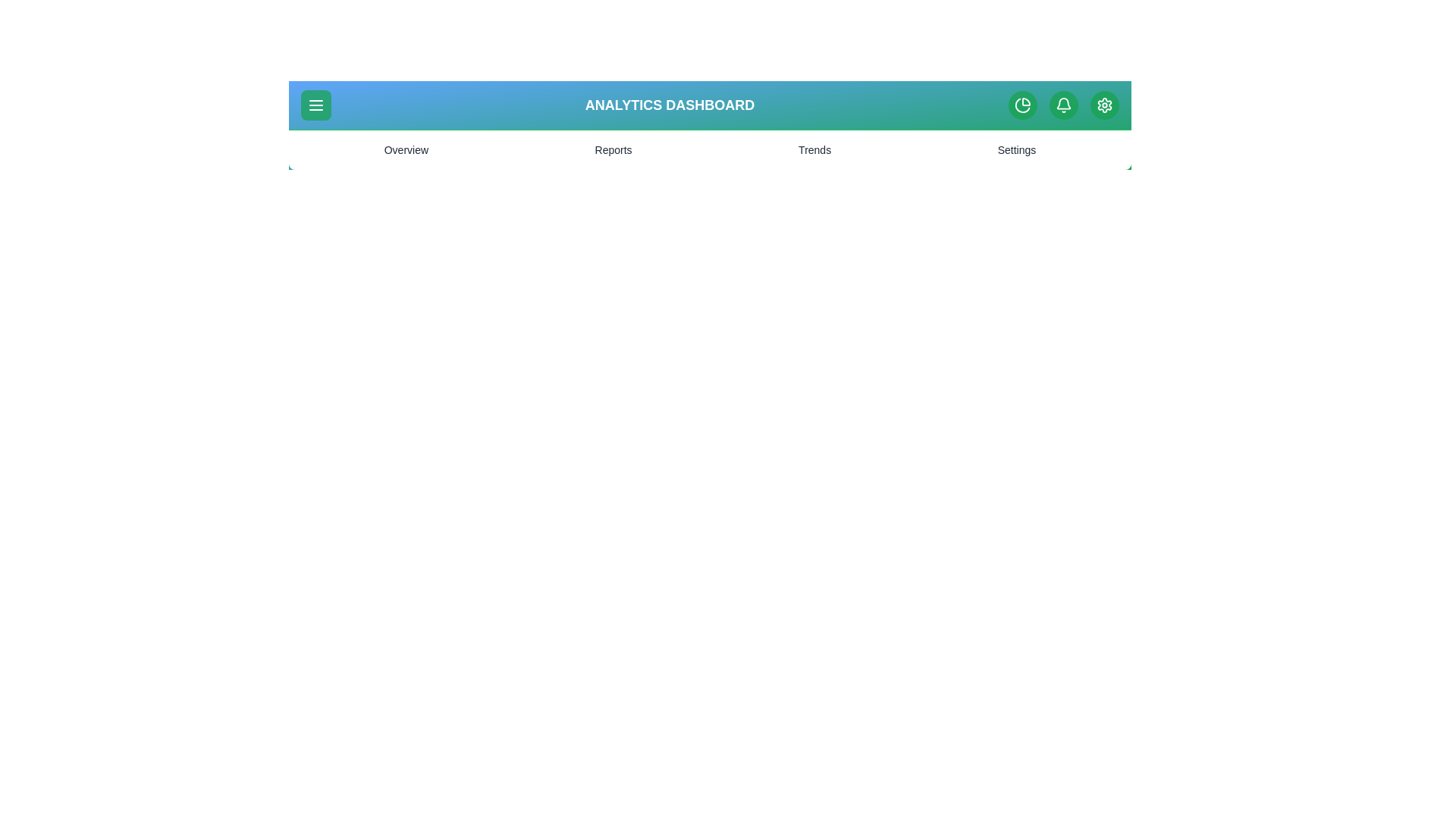  What do you see at coordinates (1104, 104) in the screenshot?
I see `the Settings icon in the app bar` at bounding box center [1104, 104].